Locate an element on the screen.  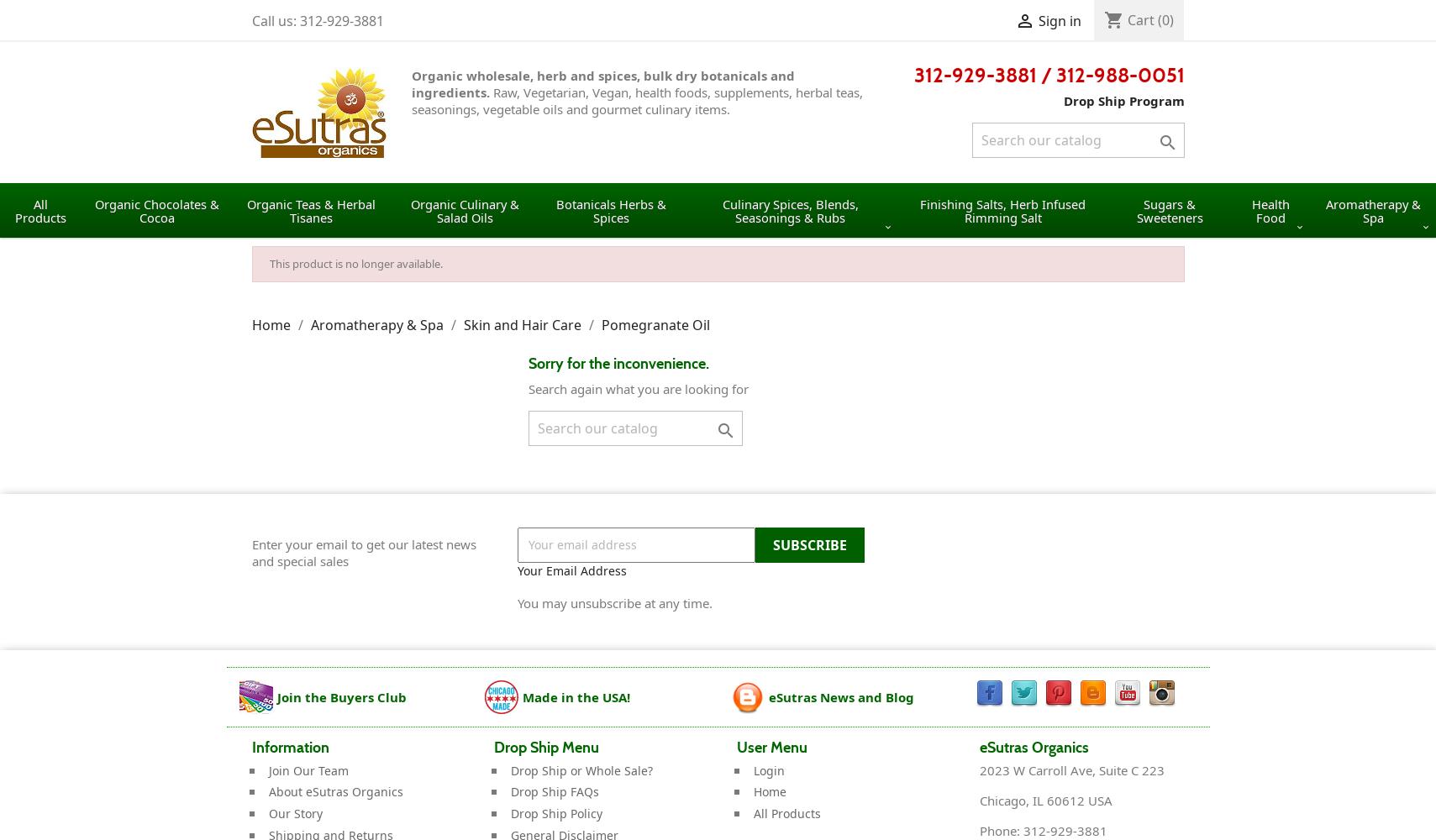
'Drop Ship Program' is located at coordinates (1063, 100).